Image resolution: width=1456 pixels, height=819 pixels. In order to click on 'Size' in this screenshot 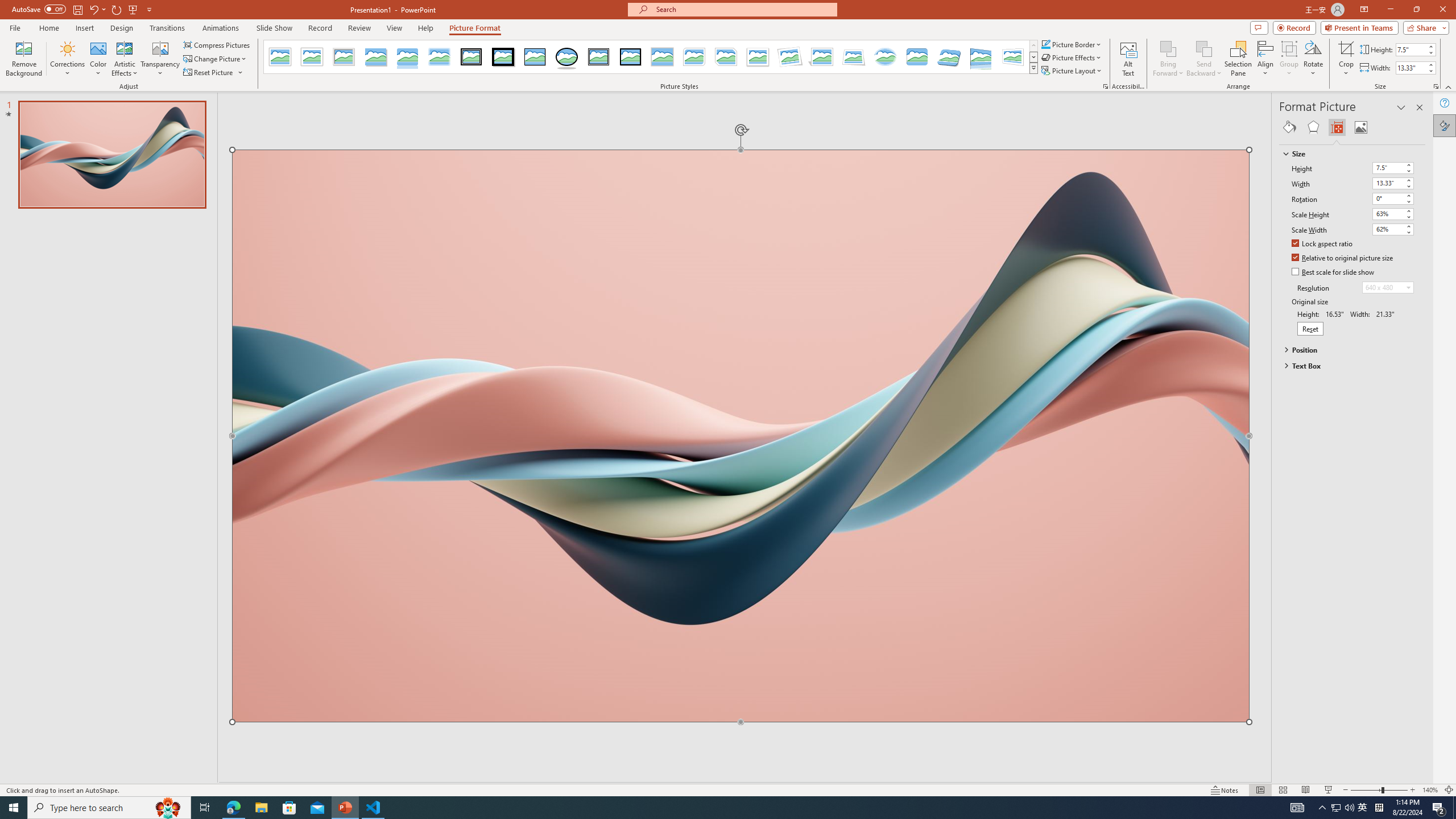, I will do `click(1347, 153)`.